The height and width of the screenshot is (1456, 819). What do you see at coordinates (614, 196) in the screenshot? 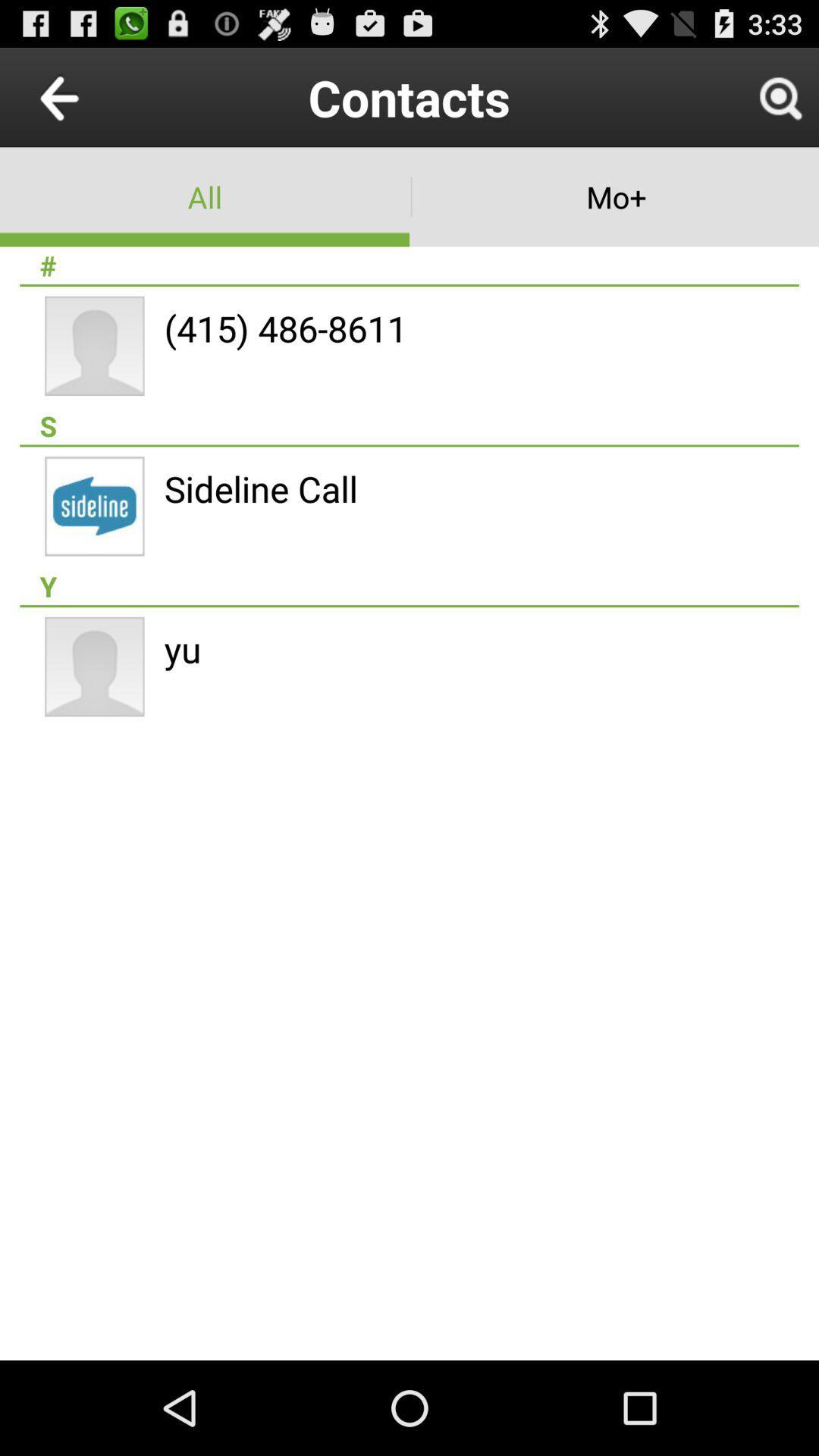
I see `the item above the #` at bounding box center [614, 196].